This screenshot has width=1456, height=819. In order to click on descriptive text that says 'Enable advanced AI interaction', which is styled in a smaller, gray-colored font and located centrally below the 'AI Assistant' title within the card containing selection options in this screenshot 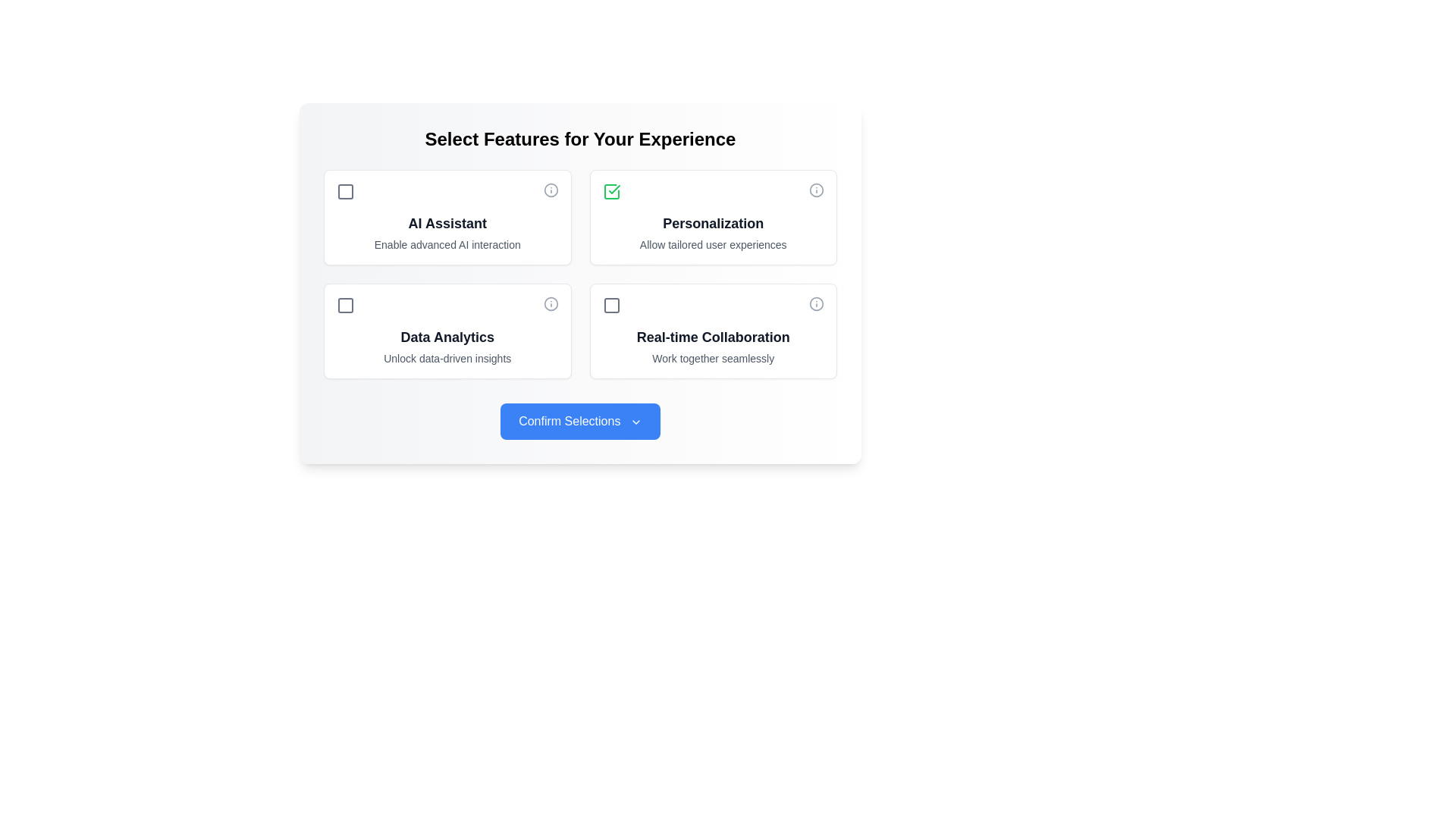, I will do `click(447, 244)`.